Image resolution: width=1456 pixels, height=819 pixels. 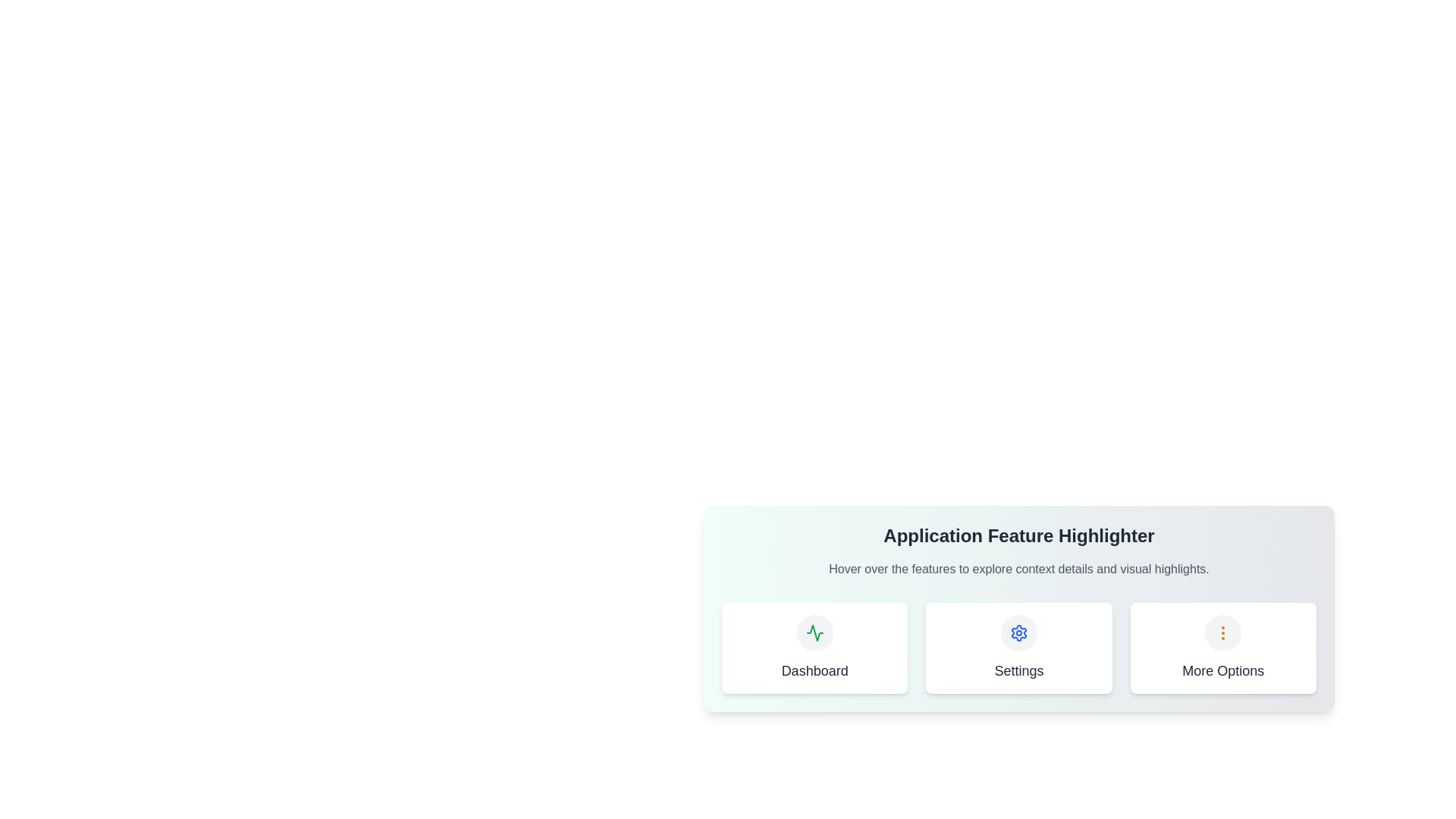 I want to click on the settings icon button located in the middle column under the 'Settings' label, so click(x=1019, y=632).